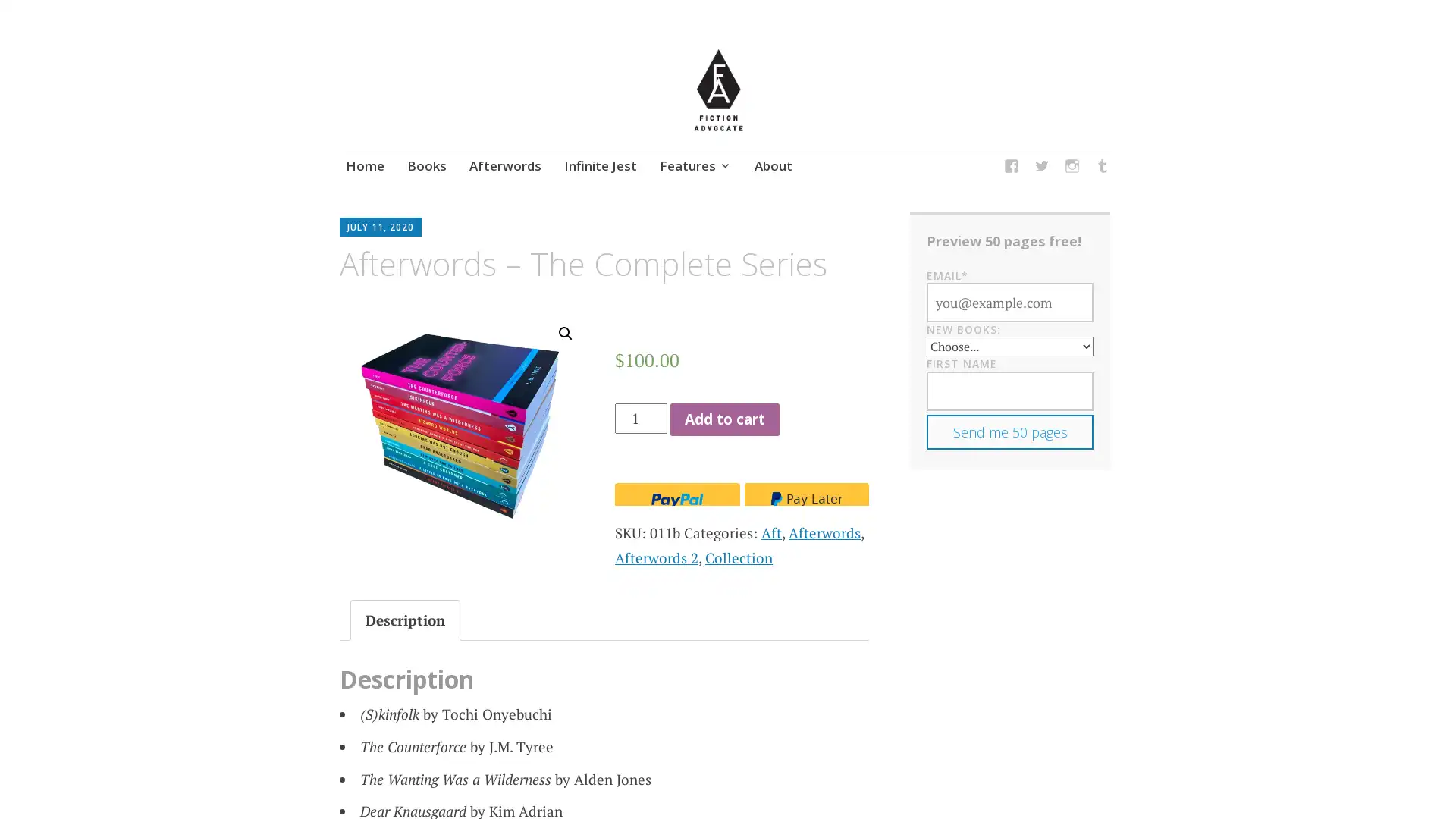 Image resolution: width=1456 pixels, height=819 pixels. What do you see at coordinates (1010, 431) in the screenshot?
I see `Send me 50 pages` at bounding box center [1010, 431].